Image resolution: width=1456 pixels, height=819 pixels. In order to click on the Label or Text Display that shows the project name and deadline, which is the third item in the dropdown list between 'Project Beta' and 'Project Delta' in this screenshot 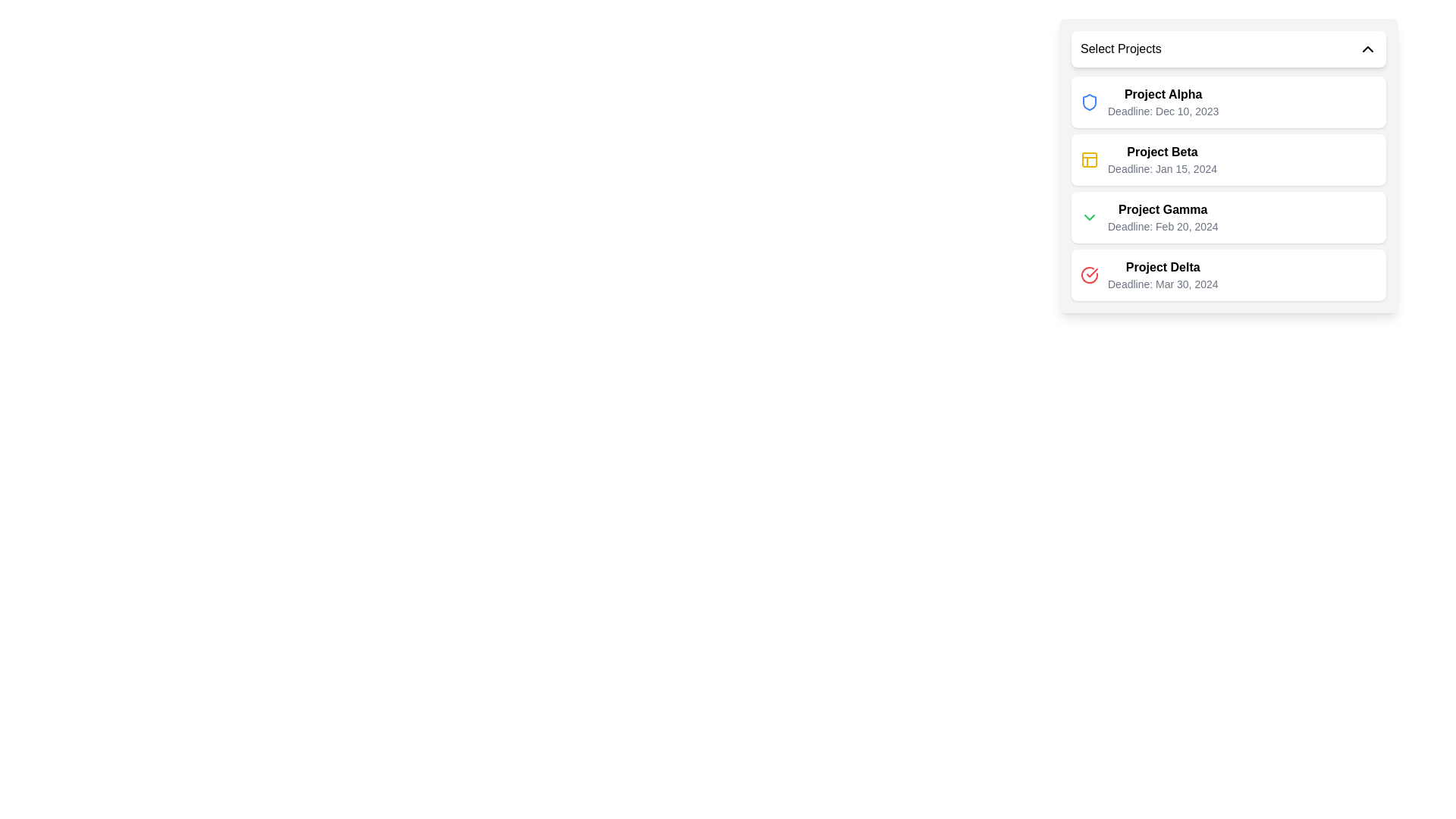, I will do `click(1162, 217)`.